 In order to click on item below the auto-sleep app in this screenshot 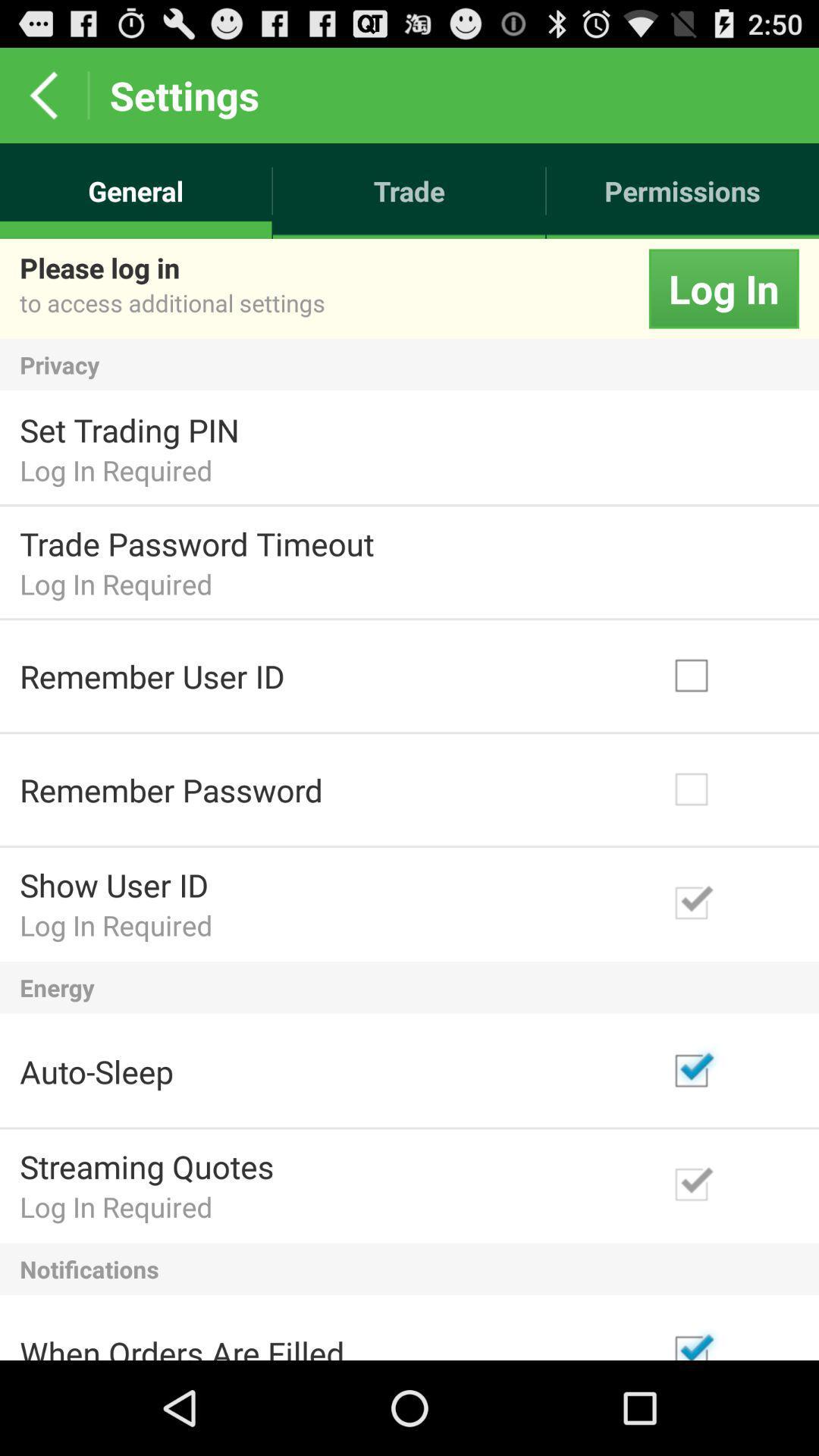, I will do `click(146, 1166)`.